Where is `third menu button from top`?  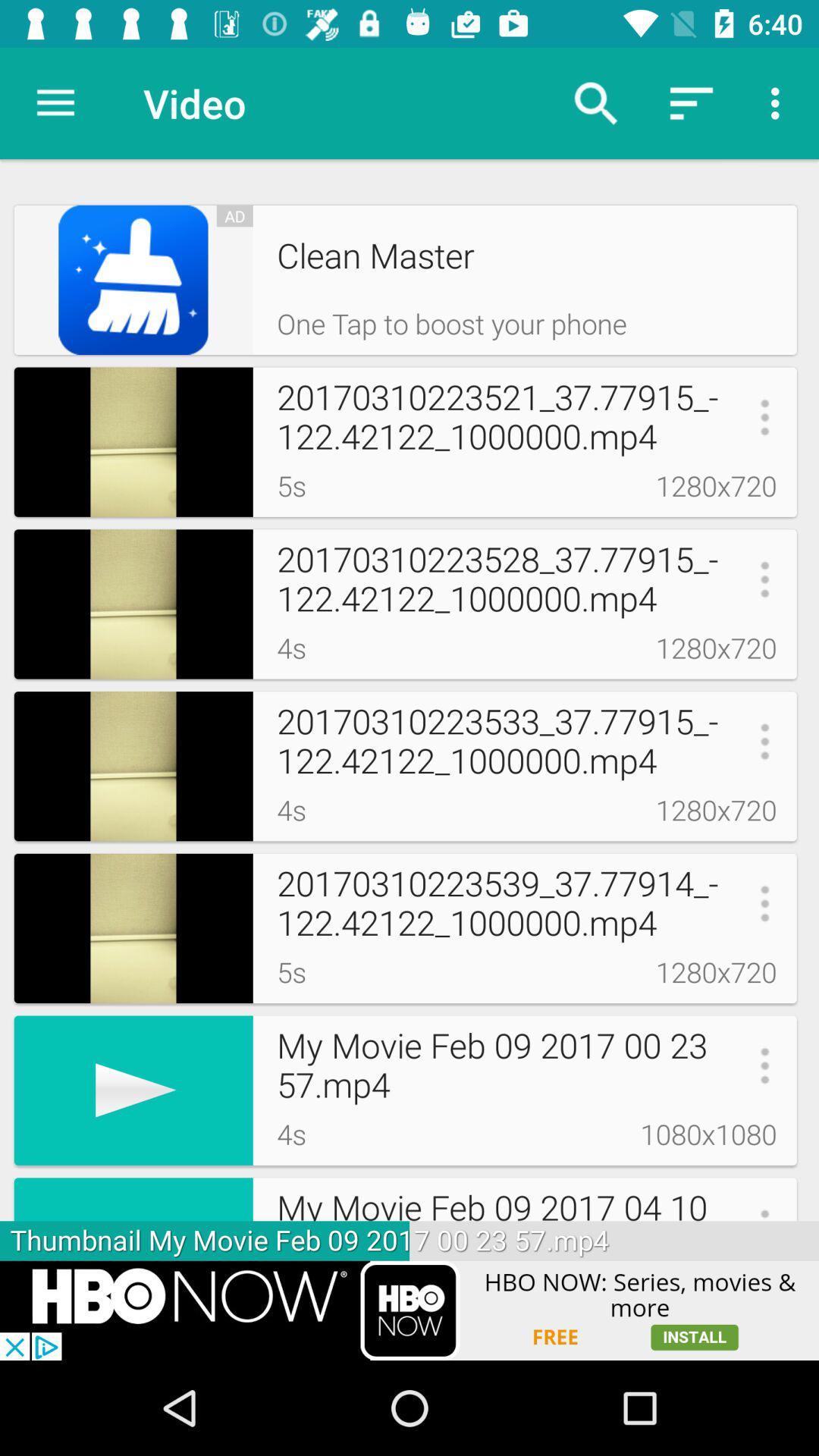 third menu button from top is located at coordinates (765, 578).